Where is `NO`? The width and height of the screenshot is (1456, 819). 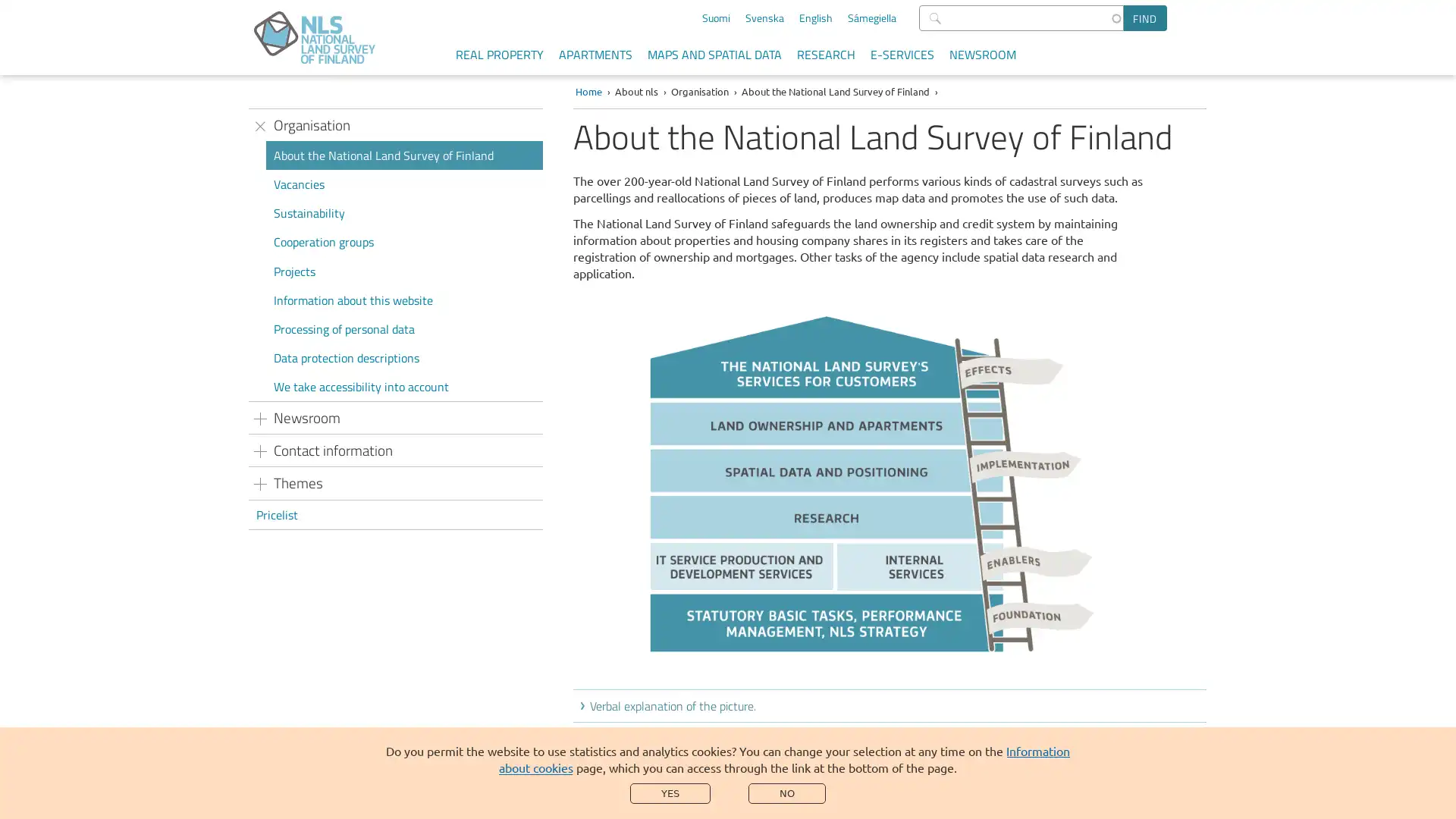
NO is located at coordinates (786, 792).